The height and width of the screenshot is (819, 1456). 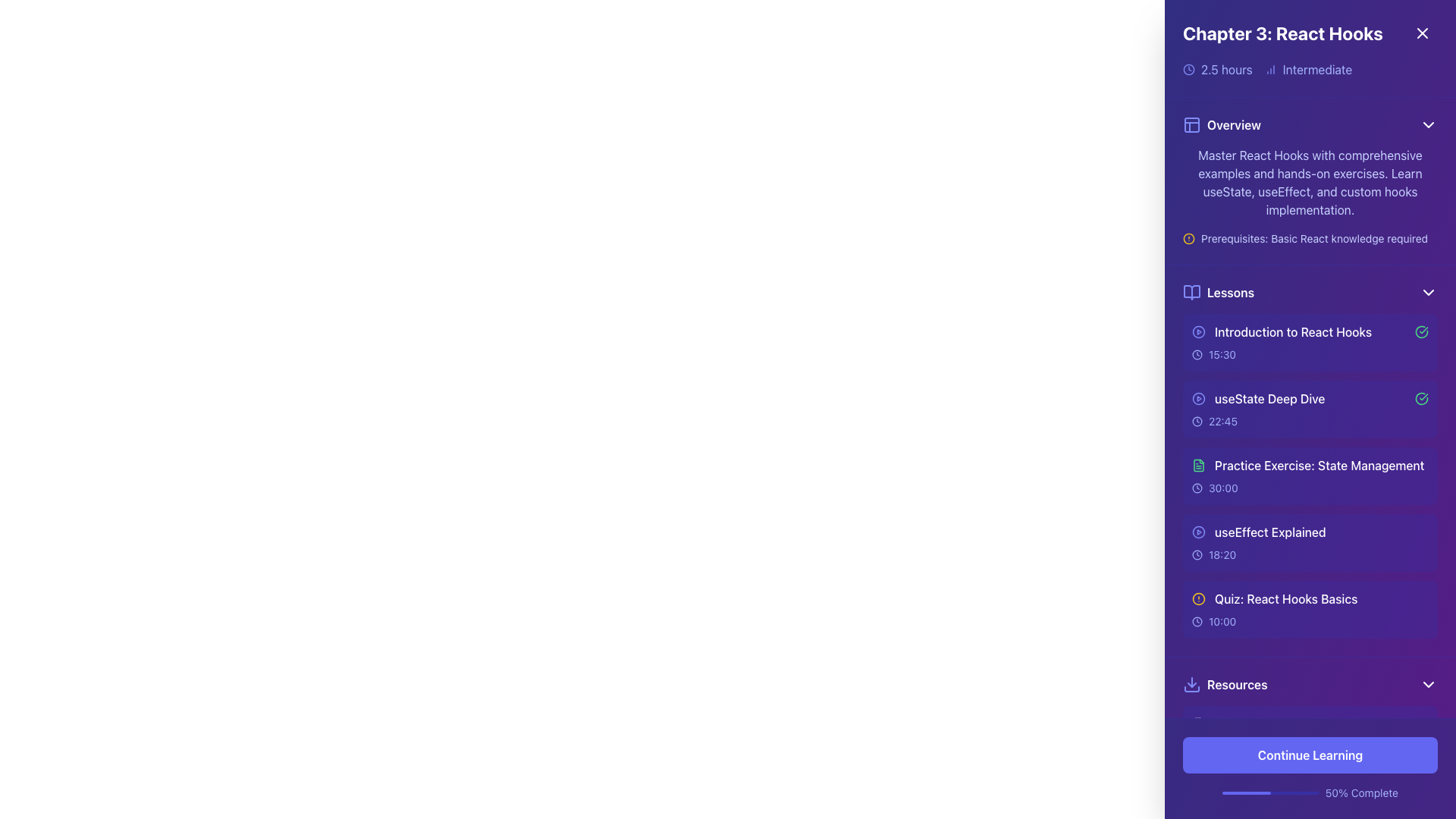 What do you see at coordinates (1310, 354) in the screenshot?
I see `the timestamp element displaying the duration of the lesson at the bottom-right corner of the 'Introduction to React Hooks' lesson card` at bounding box center [1310, 354].